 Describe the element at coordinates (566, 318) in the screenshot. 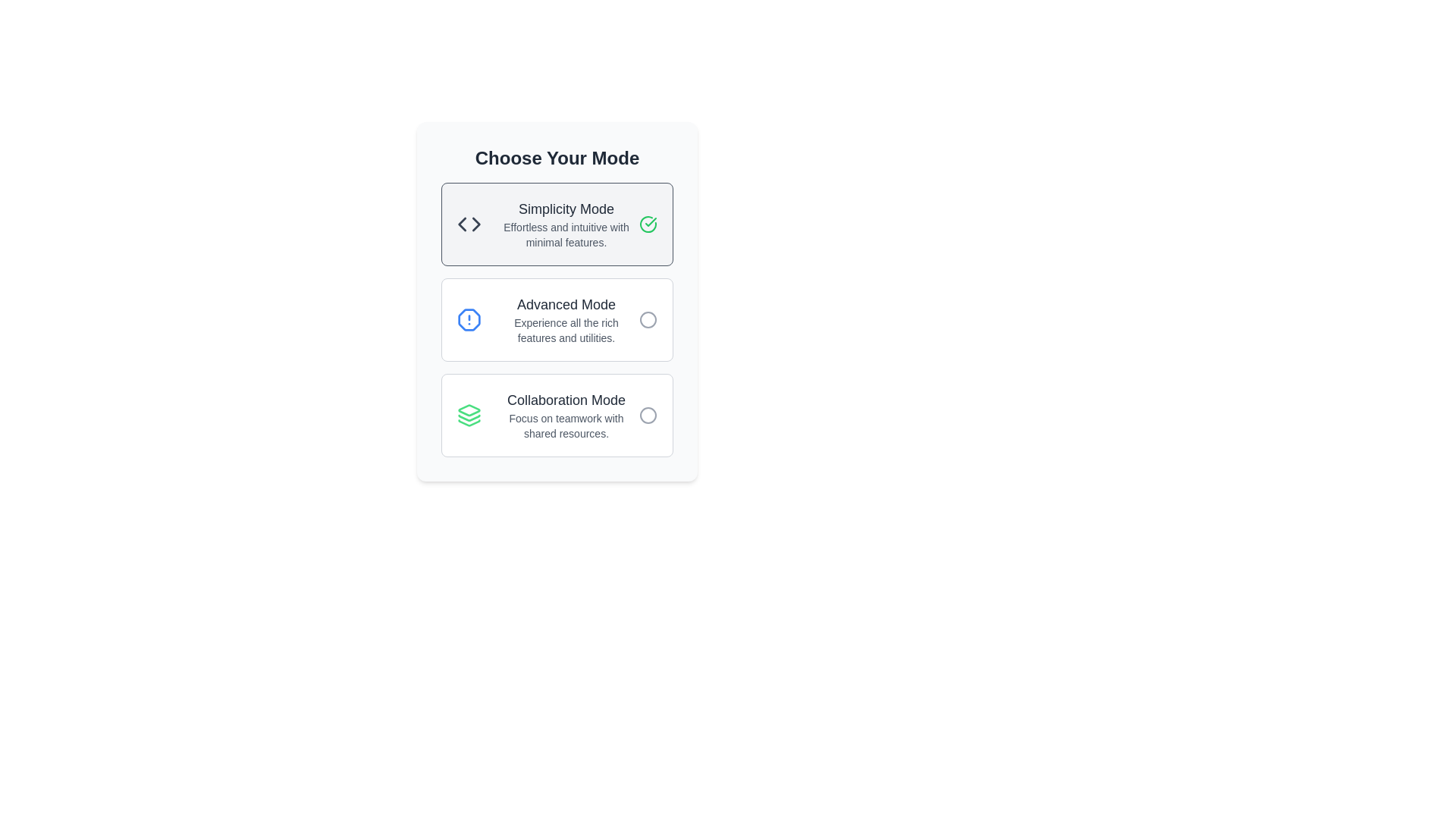

I see `the 'Advanced Mode' text display option, which is the second card in the vertical list within the 'Choose Your Mode' modal` at that location.